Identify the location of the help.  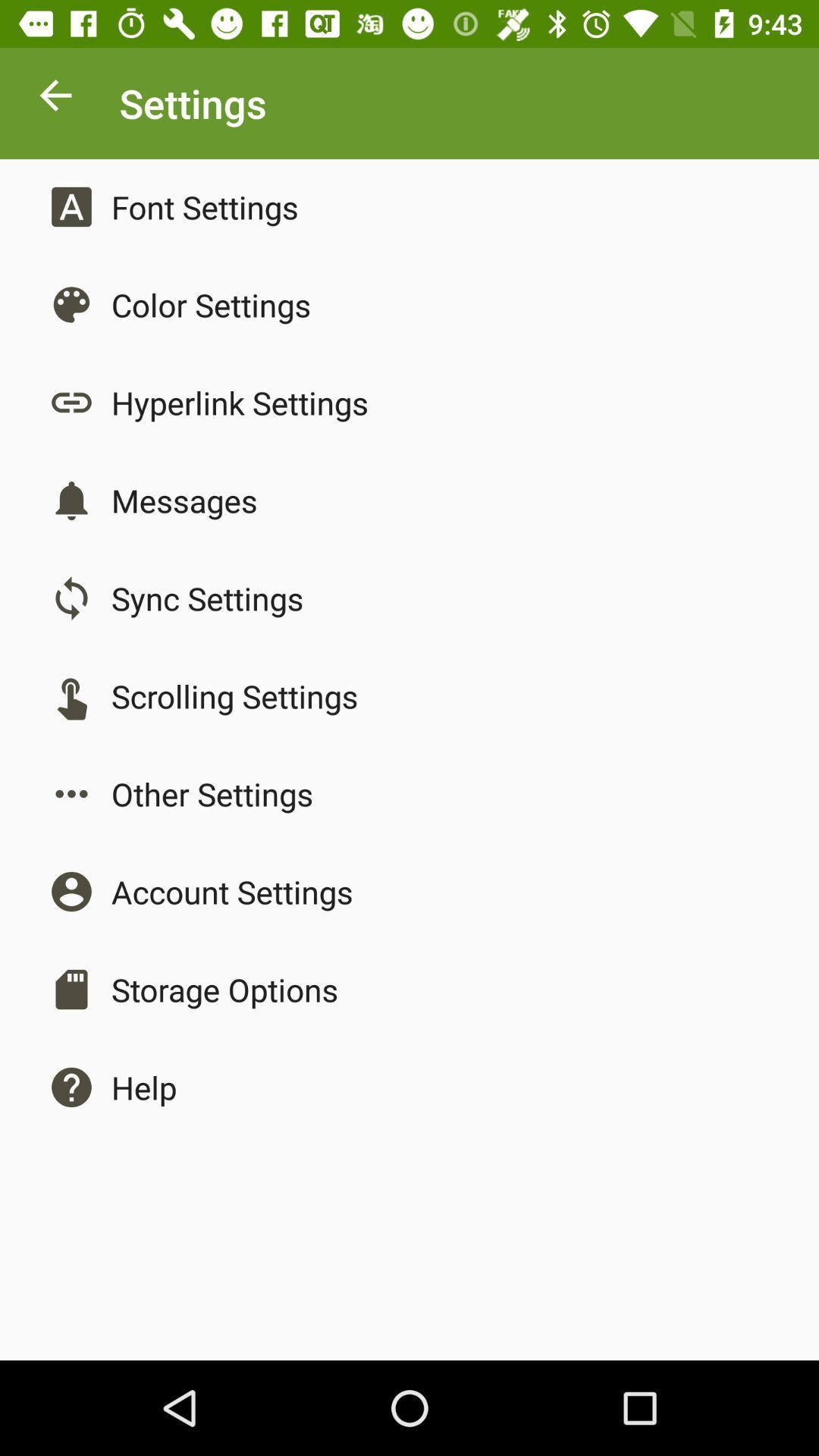
(144, 1087).